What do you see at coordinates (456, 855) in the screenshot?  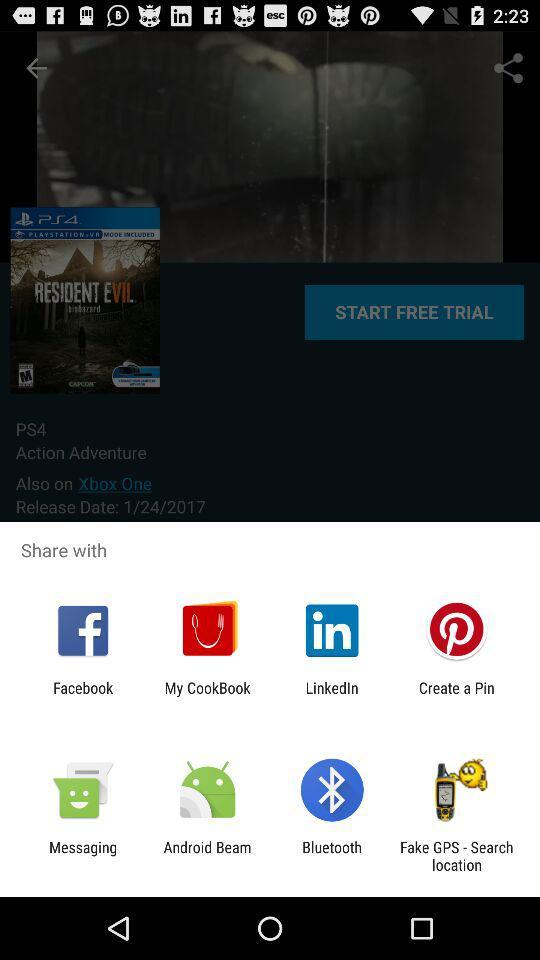 I see `item to the right of bluetooth` at bounding box center [456, 855].